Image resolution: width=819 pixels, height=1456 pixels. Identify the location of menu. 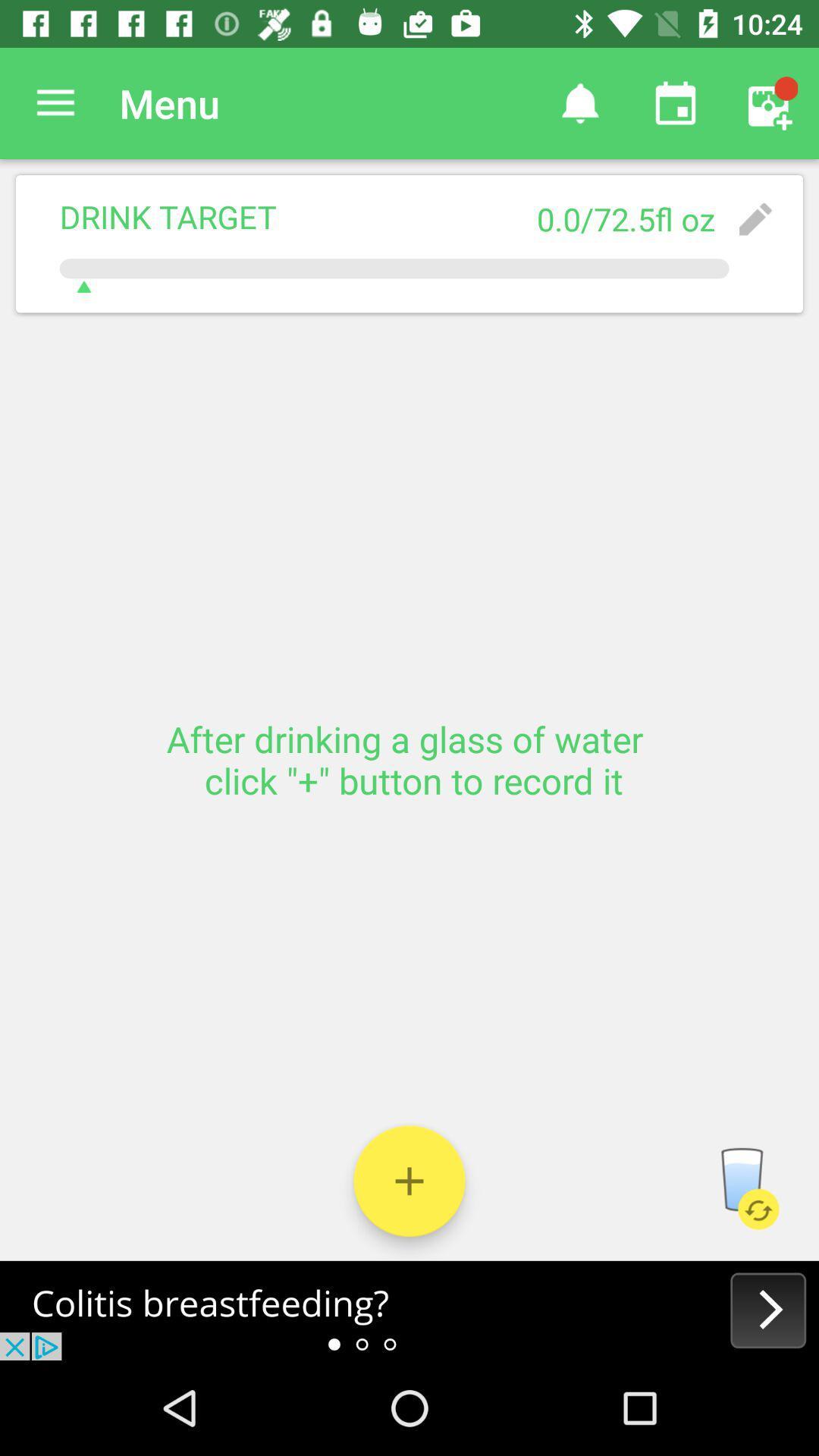
(55, 102).